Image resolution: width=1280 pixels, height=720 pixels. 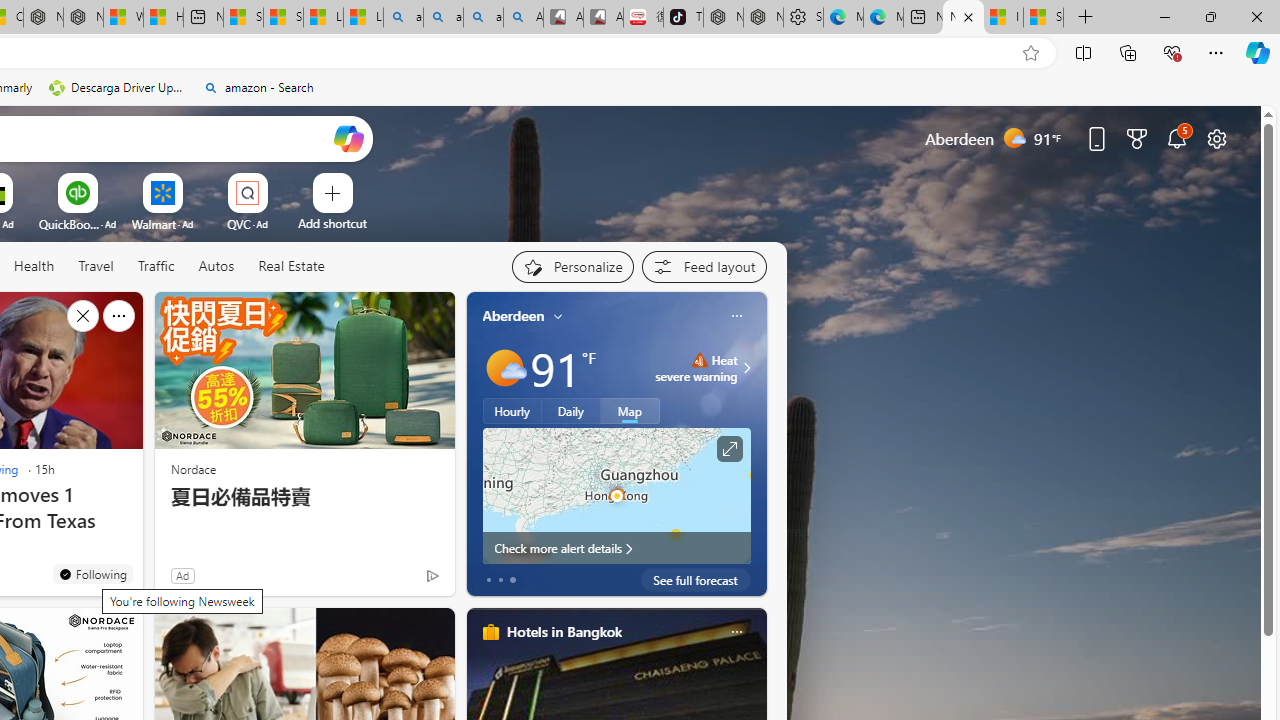 What do you see at coordinates (490, 632) in the screenshot?
I see `'hotels-header-icon'` at bounding box center [490, 632].